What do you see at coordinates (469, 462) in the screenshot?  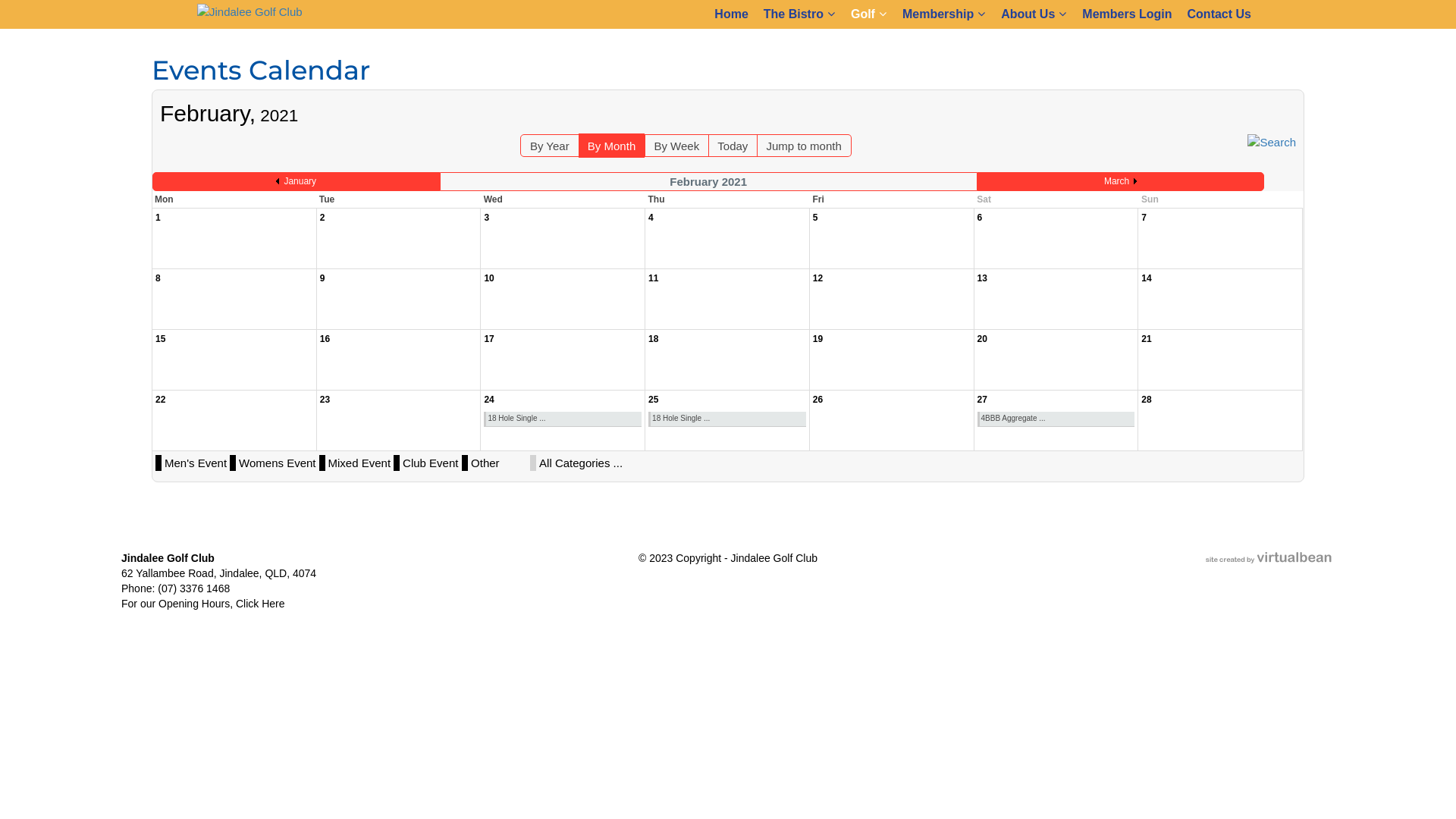 I see `'Other'` at bounding box center [469, 462].